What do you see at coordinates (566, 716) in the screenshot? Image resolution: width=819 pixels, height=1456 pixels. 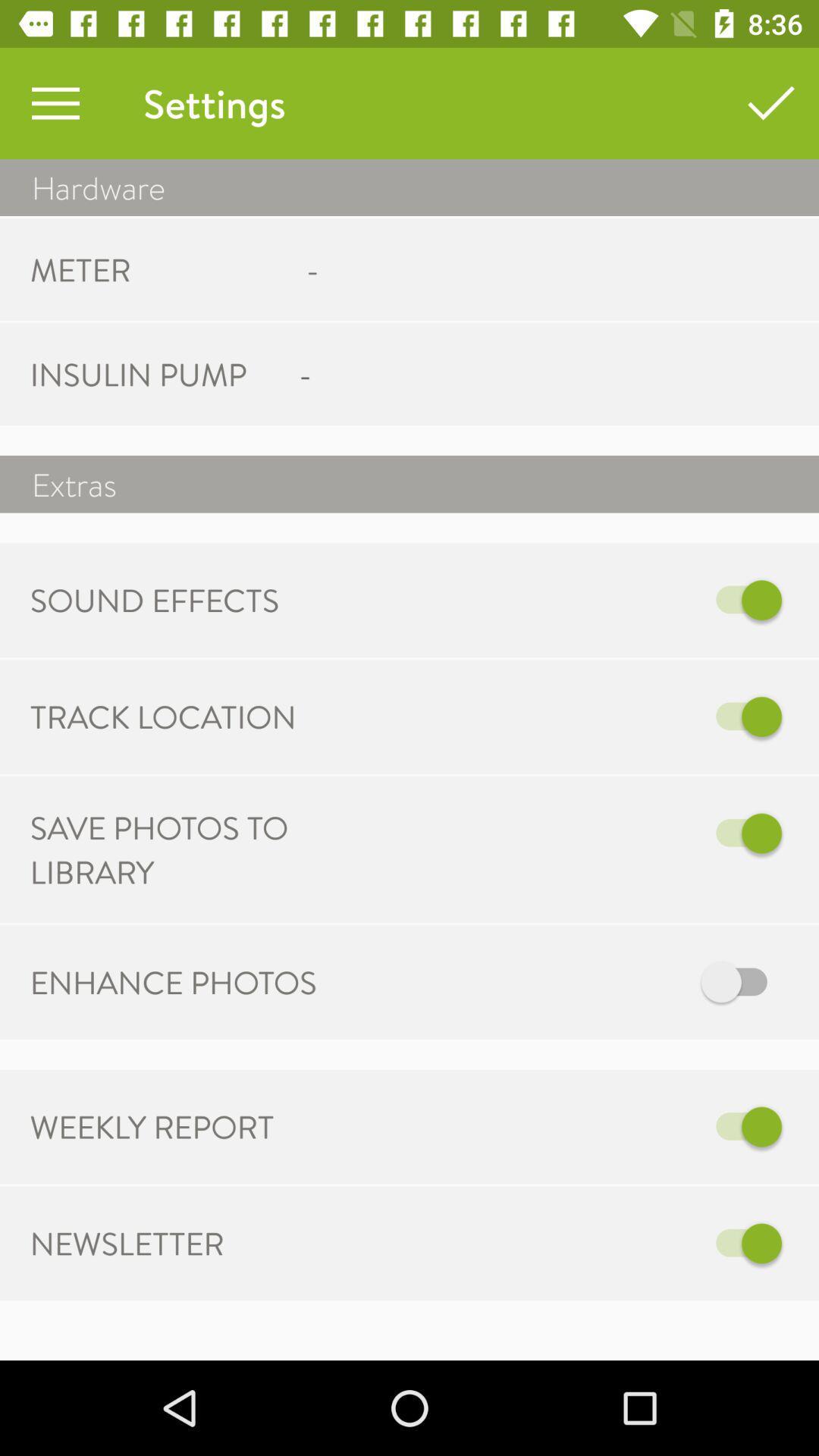 I see `turn off track location` at bounding box center [566, 716].